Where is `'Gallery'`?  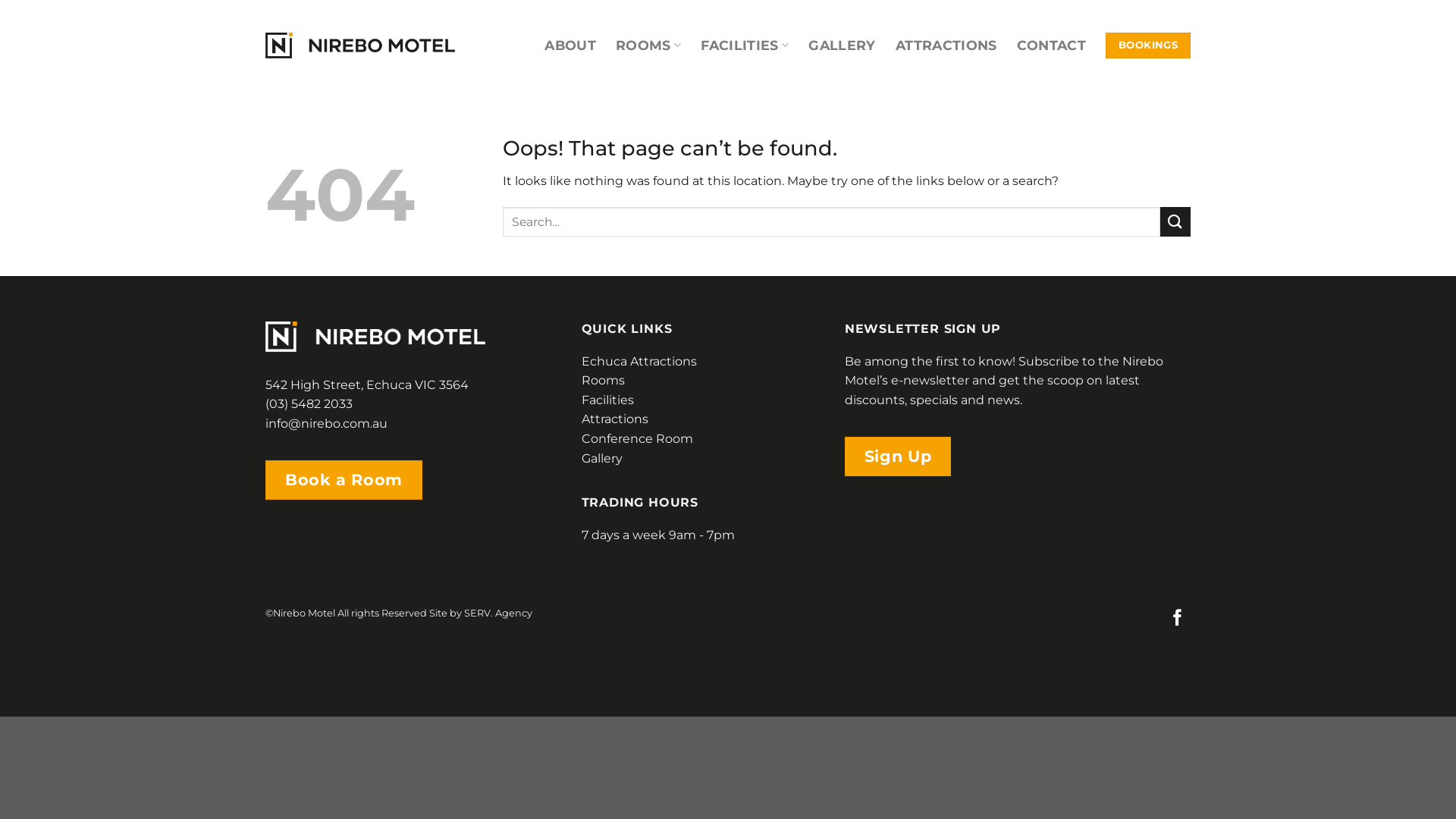 'Gallery' is located at coordinates (601, 457).